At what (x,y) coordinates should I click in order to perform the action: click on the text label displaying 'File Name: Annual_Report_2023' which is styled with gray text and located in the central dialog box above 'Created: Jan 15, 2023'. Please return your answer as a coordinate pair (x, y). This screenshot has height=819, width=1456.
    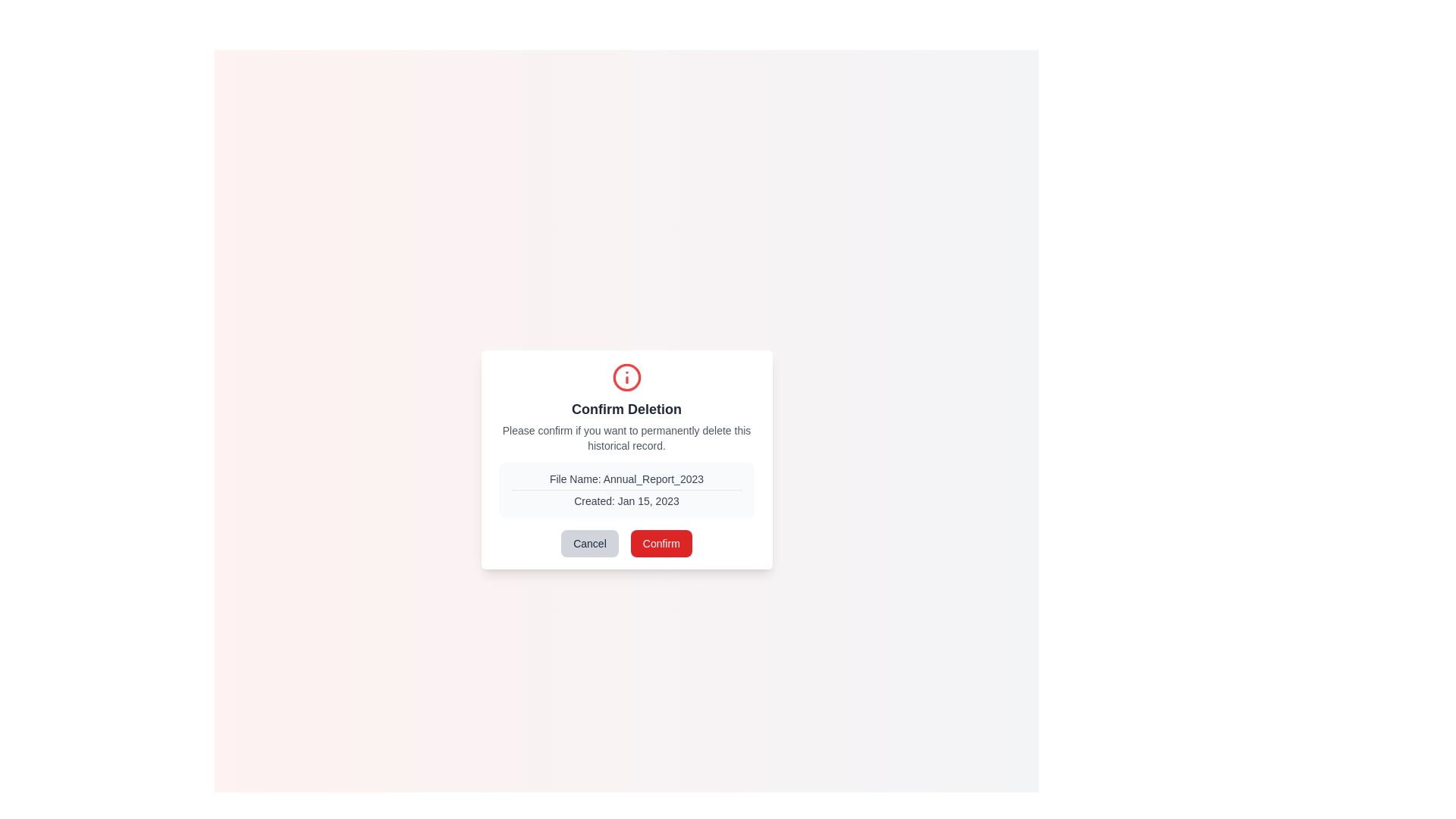
    Looking at the image, I should click on (626, 479).